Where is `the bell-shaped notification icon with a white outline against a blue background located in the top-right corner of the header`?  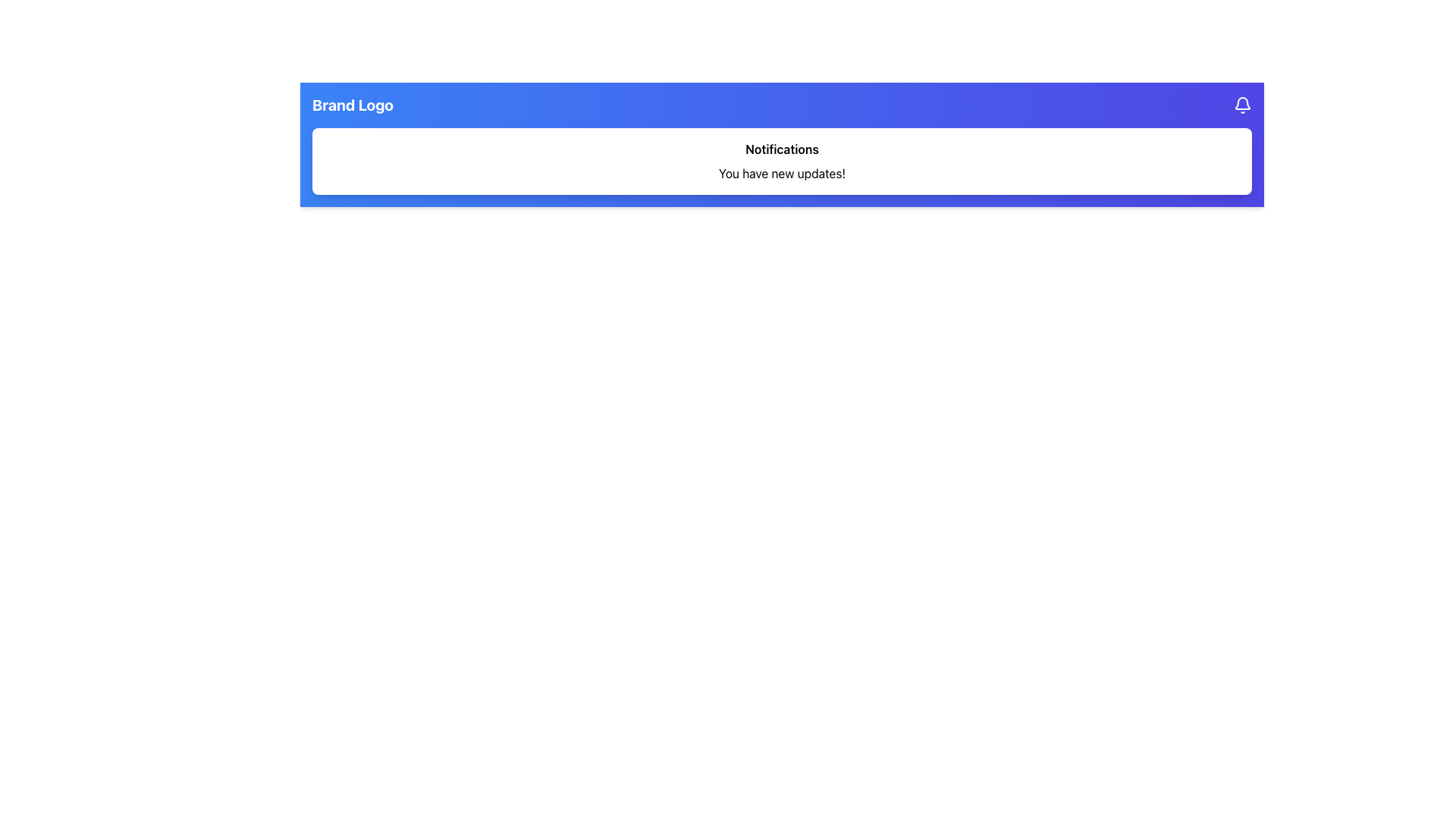
the bell-shaped notification icon with a white outline against a blue background located in the top-right corner of the header is located at coordinates (1242, 104).